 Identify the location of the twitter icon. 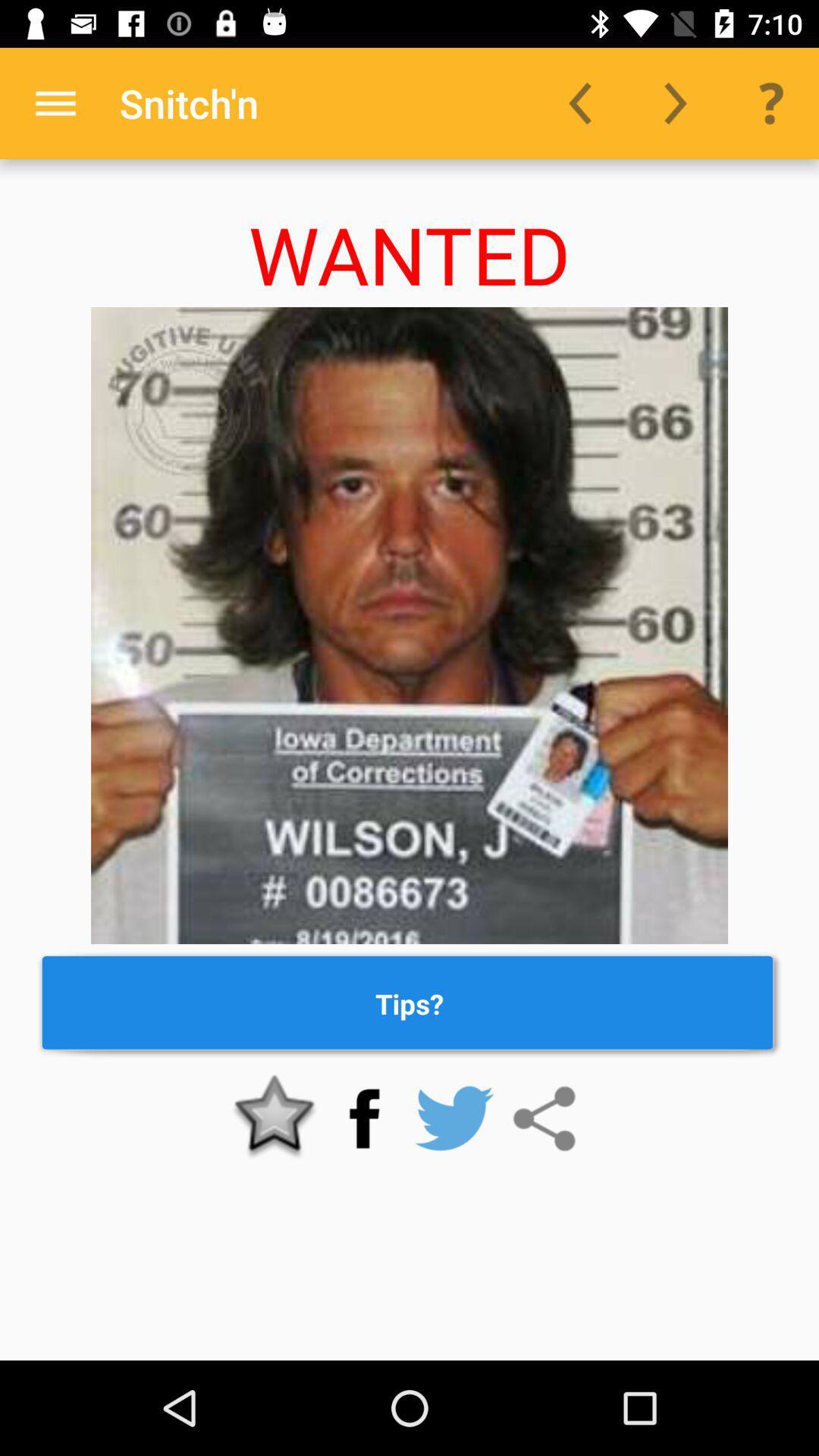
(453, 1119).